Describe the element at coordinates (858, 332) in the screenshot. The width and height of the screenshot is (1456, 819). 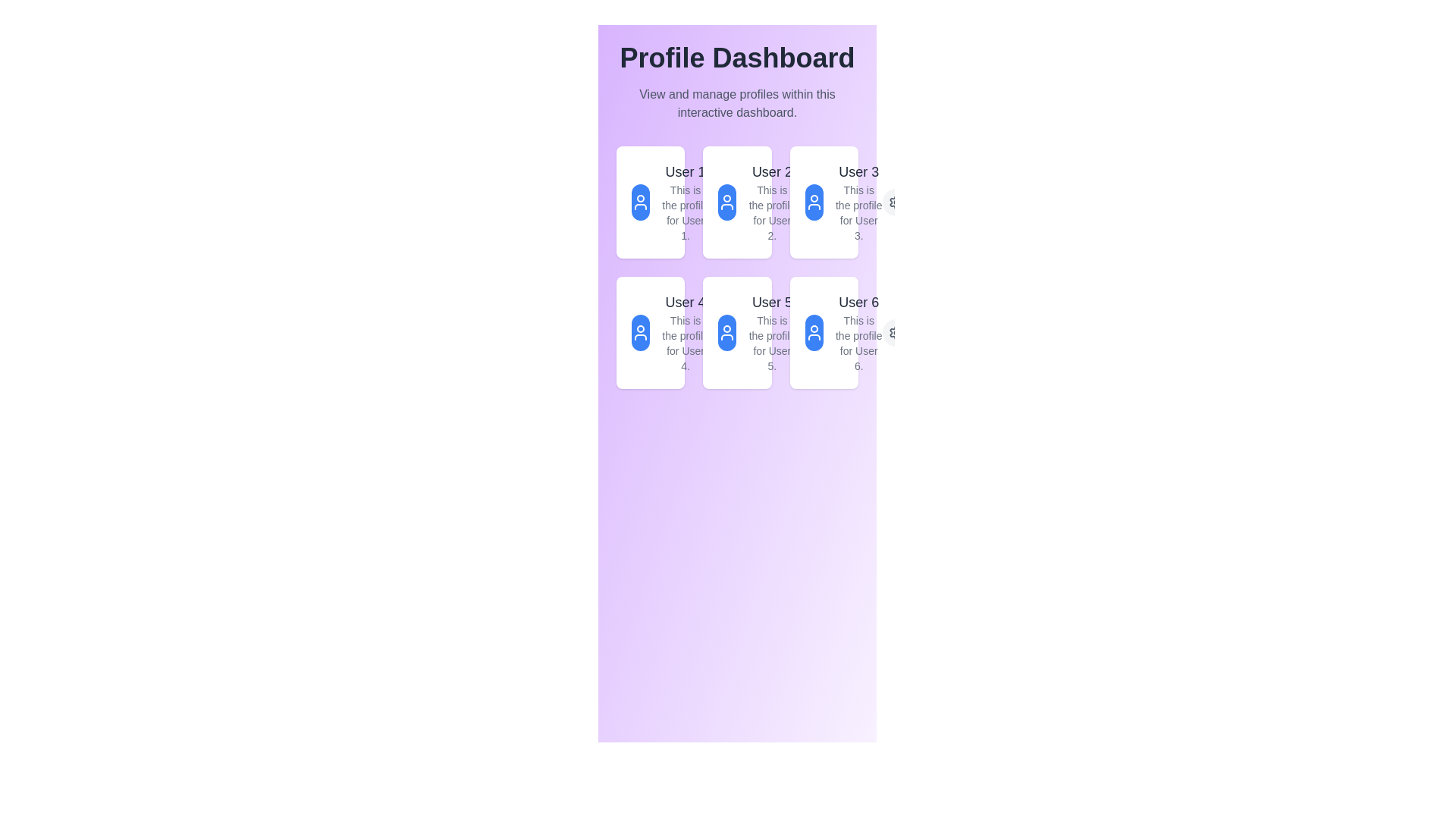
I see `text content of the user profile displaying 'User 6' with the description 'This is the profile for User 6.' located in the sixth slot of a grid layout on the rightmost column and second row` at that location.